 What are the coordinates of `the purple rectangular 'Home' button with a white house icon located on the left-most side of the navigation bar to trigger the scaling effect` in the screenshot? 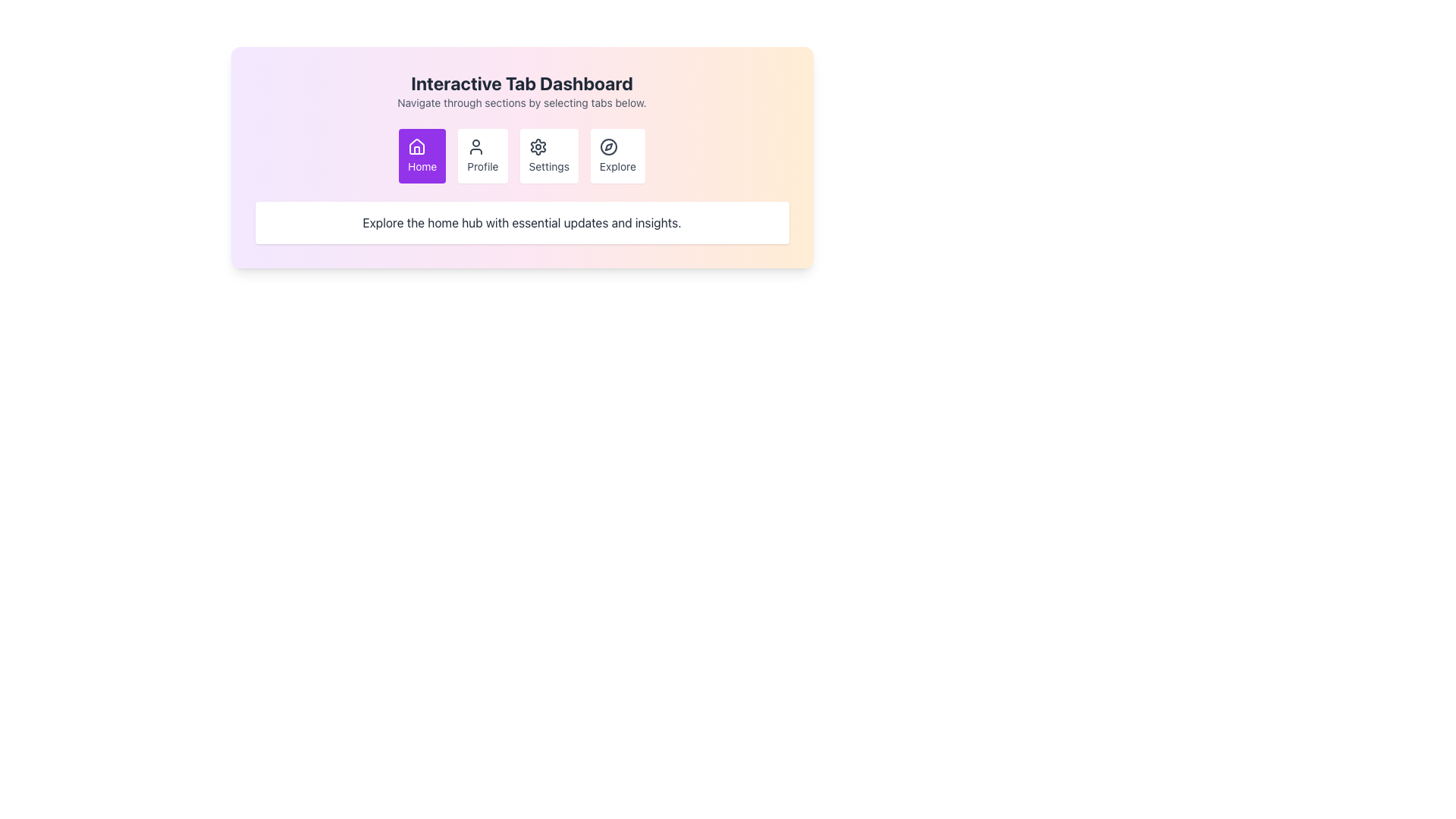 It's located at (422, 155).